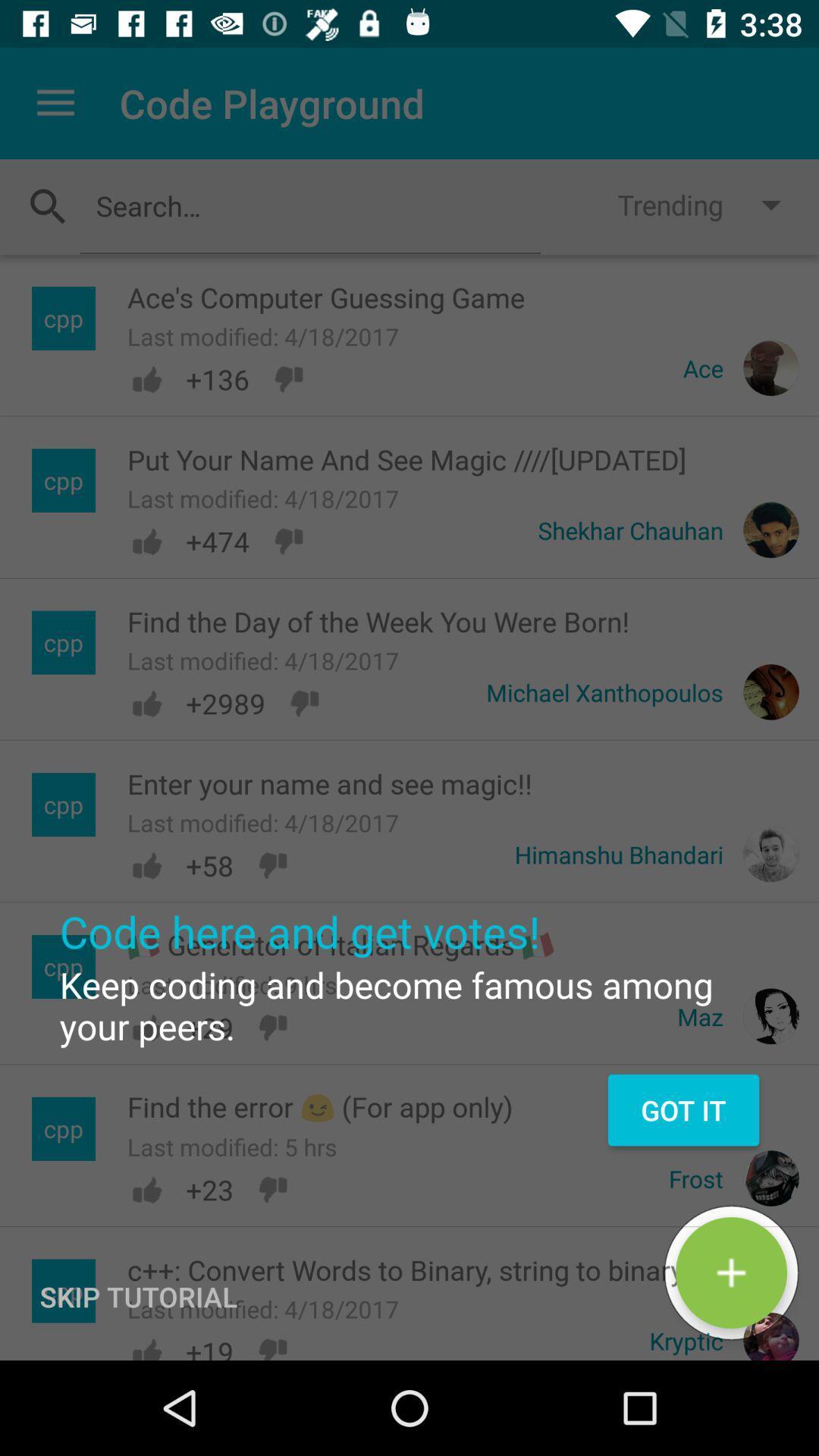 The height and width of the screenshot is (1456, 819). I want to click on the dislike option which is left to the michael xanthopoulos, so click(304, 702).